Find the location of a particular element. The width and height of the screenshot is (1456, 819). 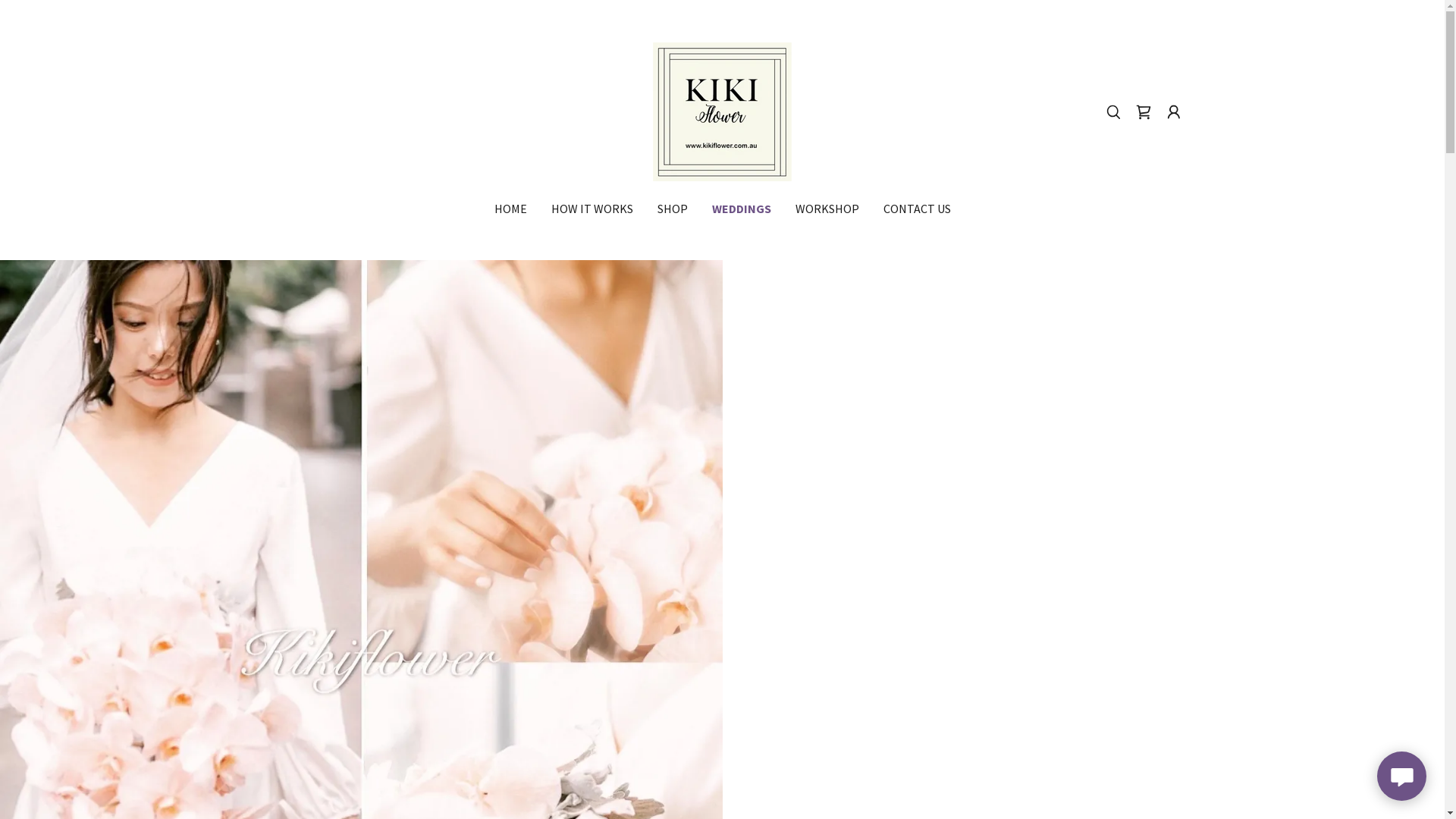

'WORKSHOP' is located at coordinates (789, 208).